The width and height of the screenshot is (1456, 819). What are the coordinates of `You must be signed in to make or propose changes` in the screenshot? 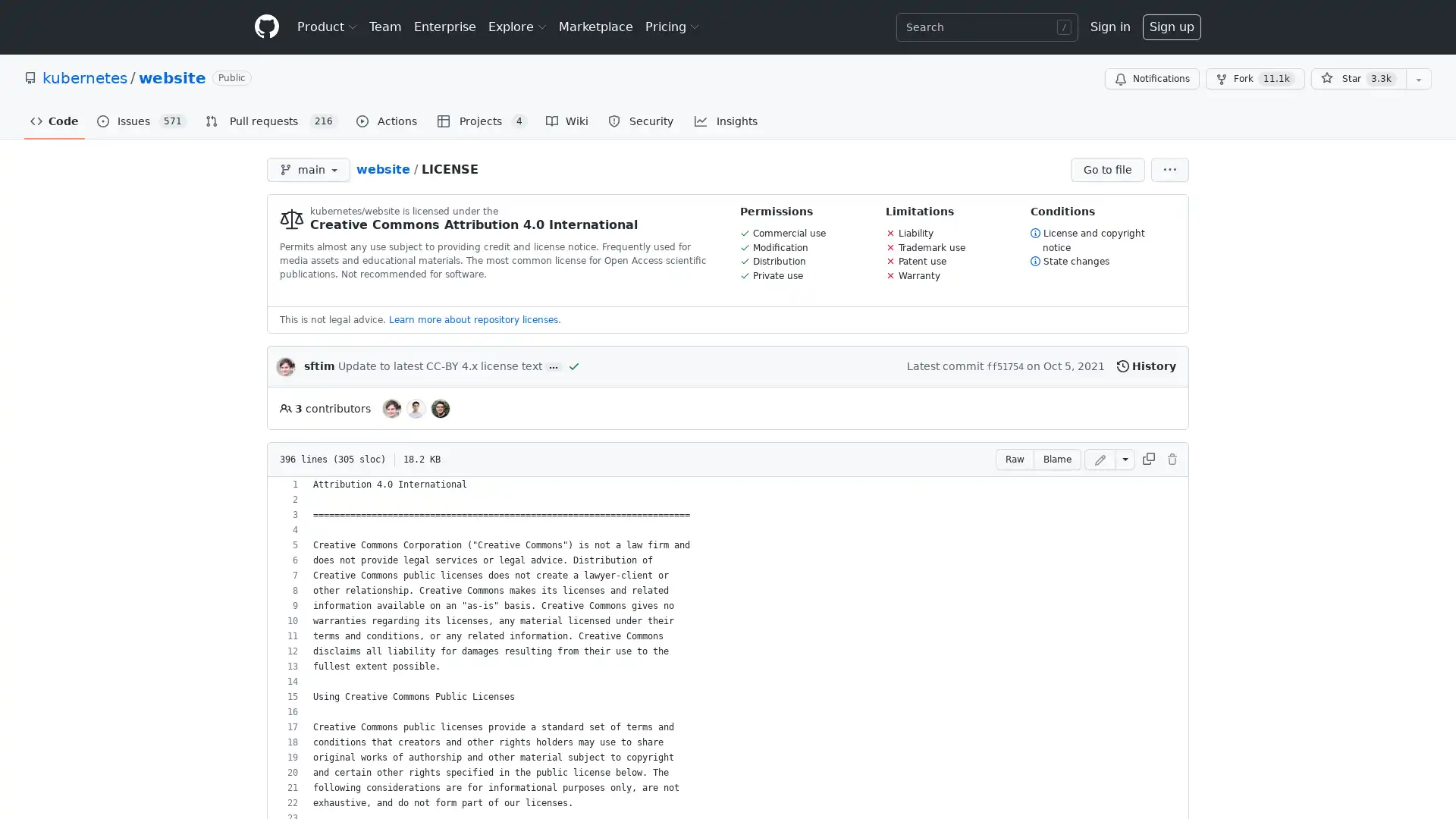 It's located at (1100, 458).